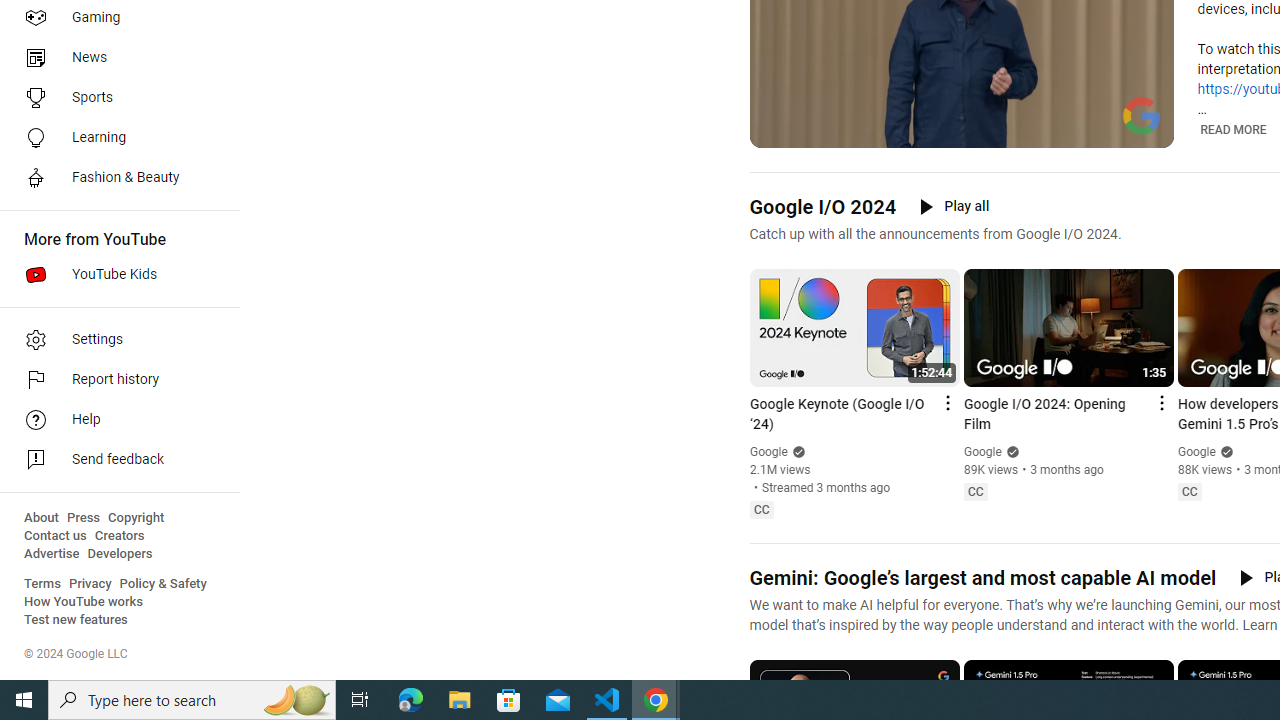 The image size is (1280, 720). I want to click on 'News', so click(112, 56).